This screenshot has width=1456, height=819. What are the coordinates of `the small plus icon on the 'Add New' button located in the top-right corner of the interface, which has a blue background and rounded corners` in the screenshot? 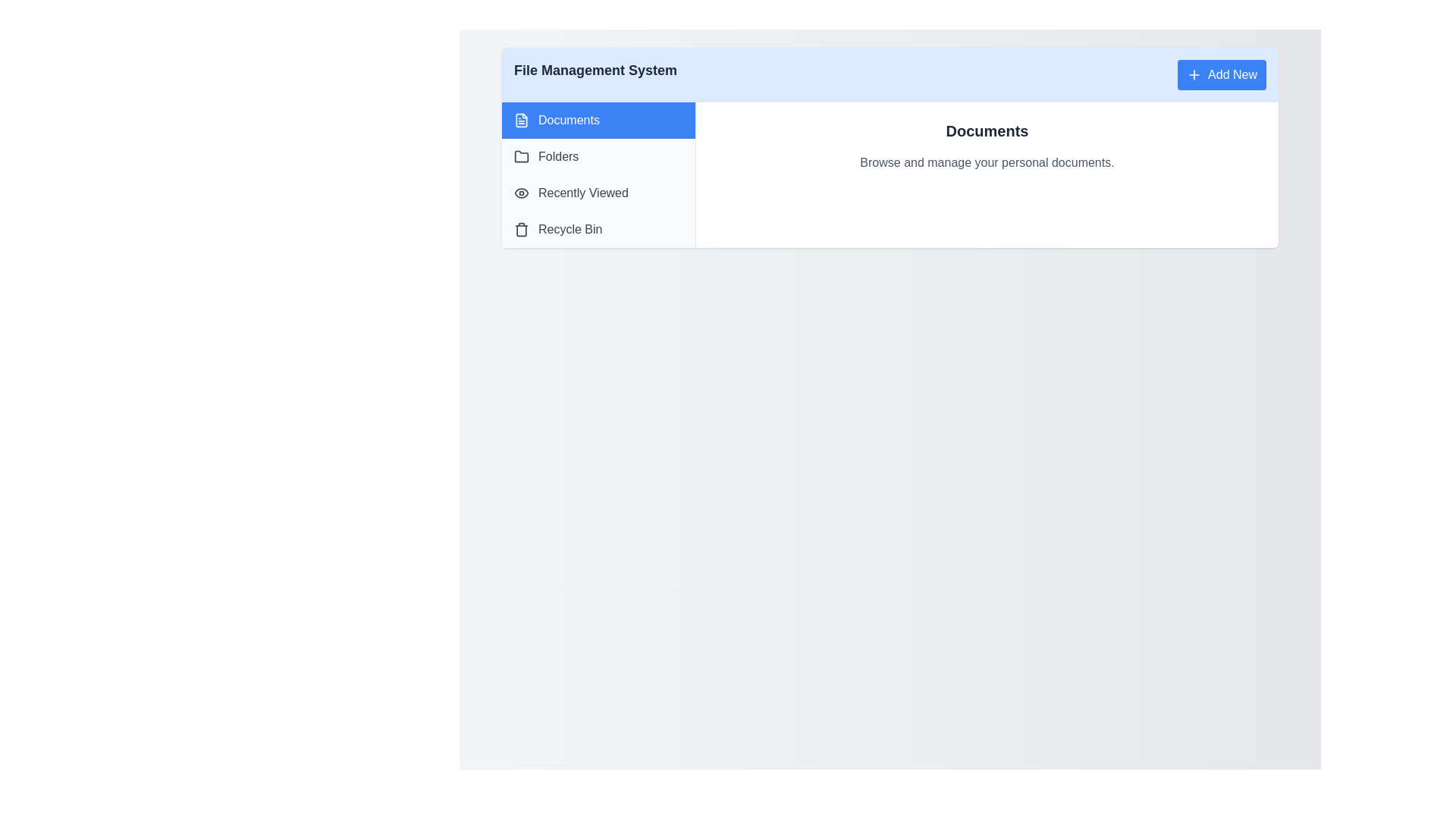 It's located at (1194, 75).